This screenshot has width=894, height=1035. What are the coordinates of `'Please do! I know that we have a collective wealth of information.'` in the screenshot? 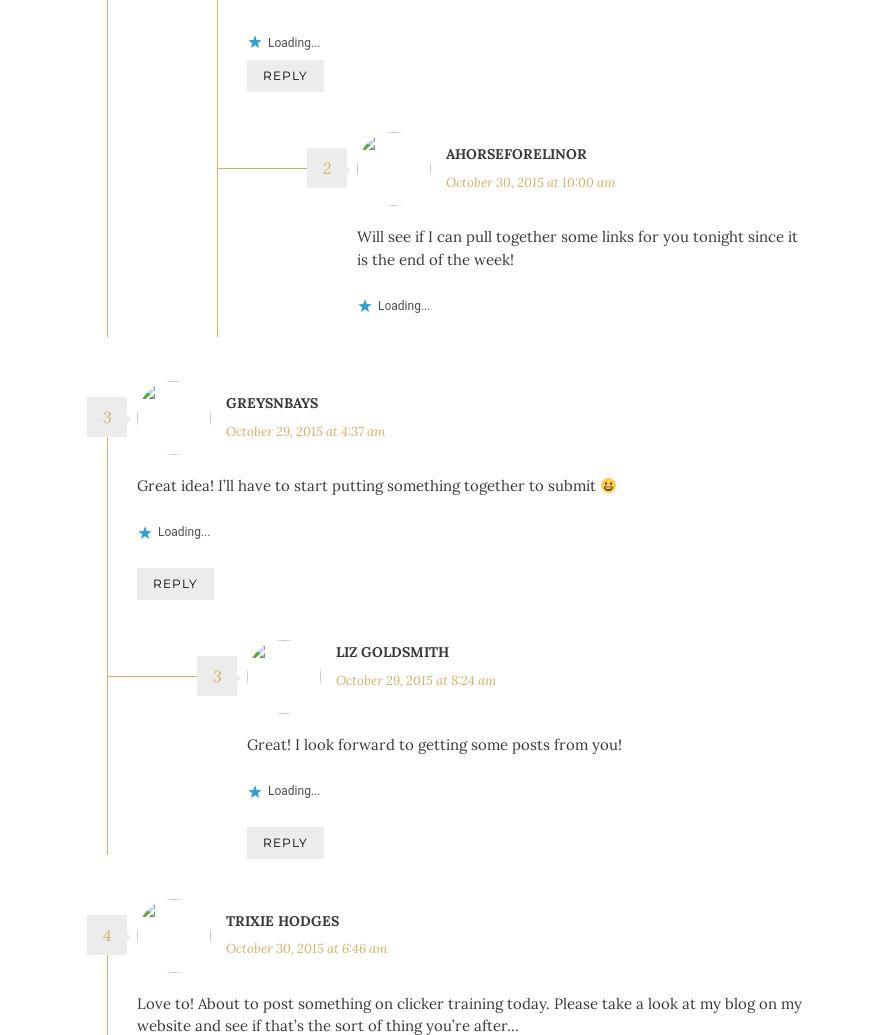 It's located at (475, 38).